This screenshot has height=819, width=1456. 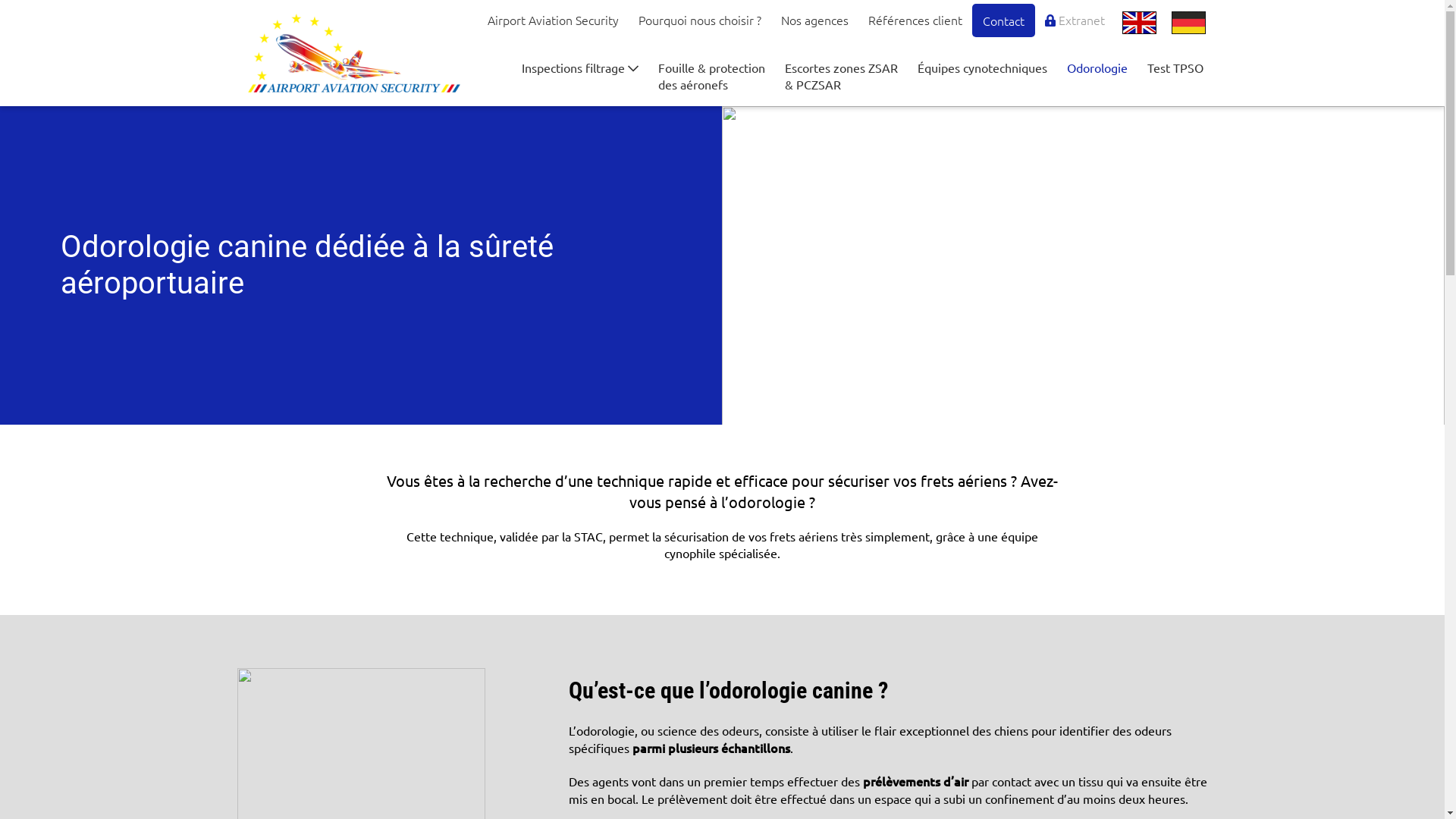 I want to click on 'Nos agences', so click(x=814, y=20).